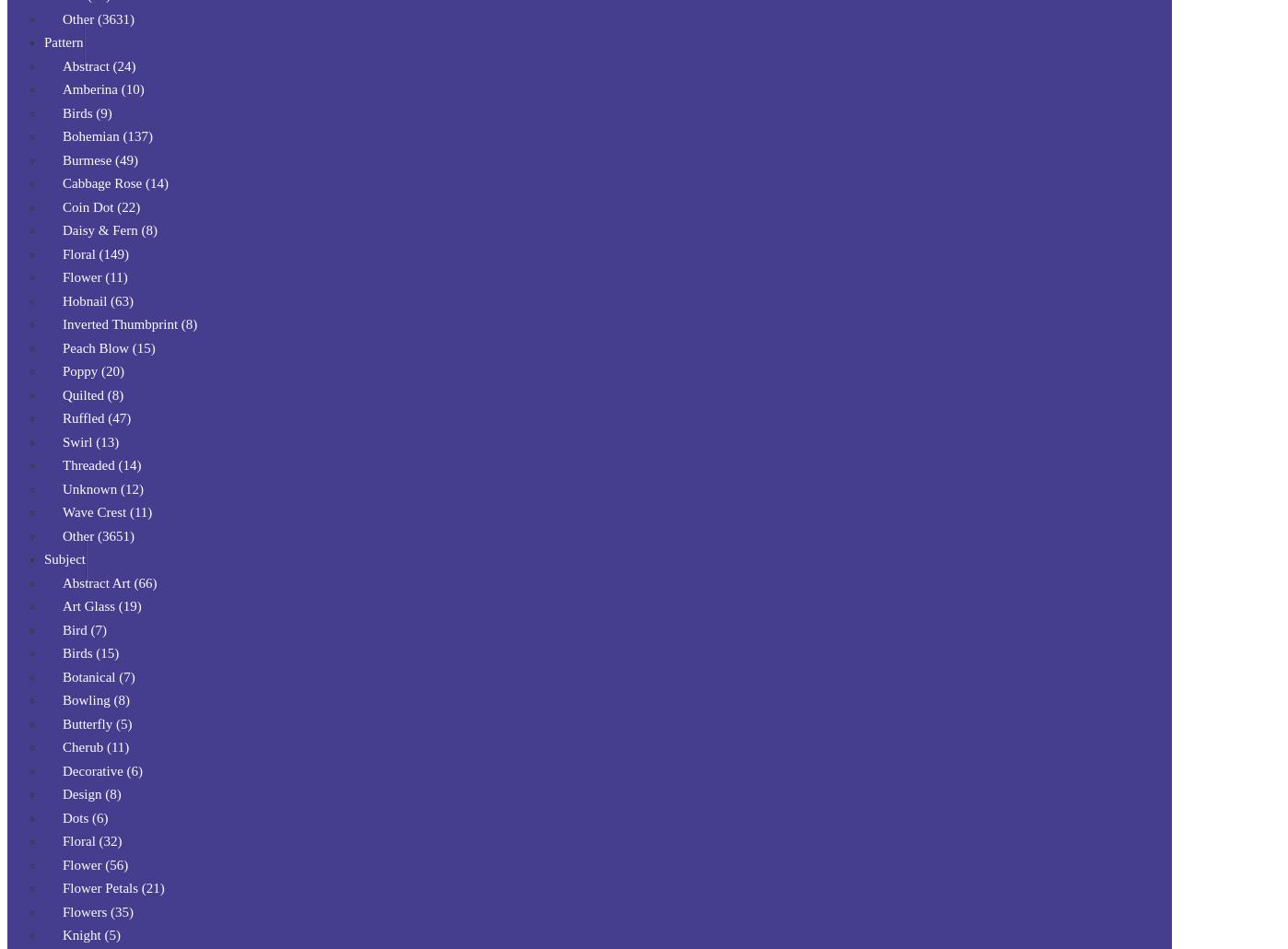  Describe the element at coordinates (43, 557) in the screenshot. I see `'Subject'` at that location.